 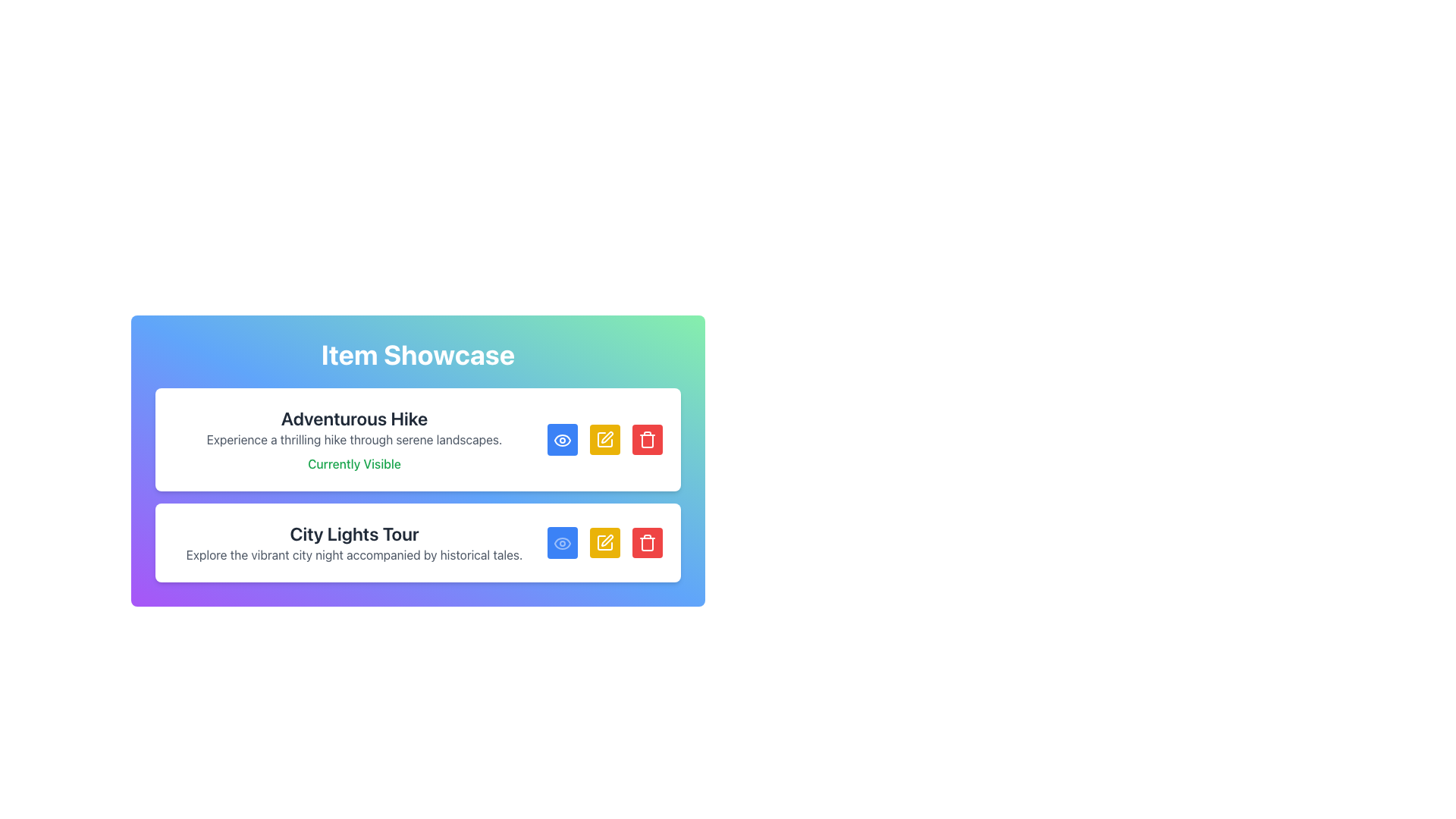 What do you see at coordinates (604, 542) in the screenshot?
I see `the edit button for the 'City Lights Tour' entry, located as the second icon in a row of three action buttons within the second item group, positioned between a blue icon and a red icon` at bounding box center [604, 542].